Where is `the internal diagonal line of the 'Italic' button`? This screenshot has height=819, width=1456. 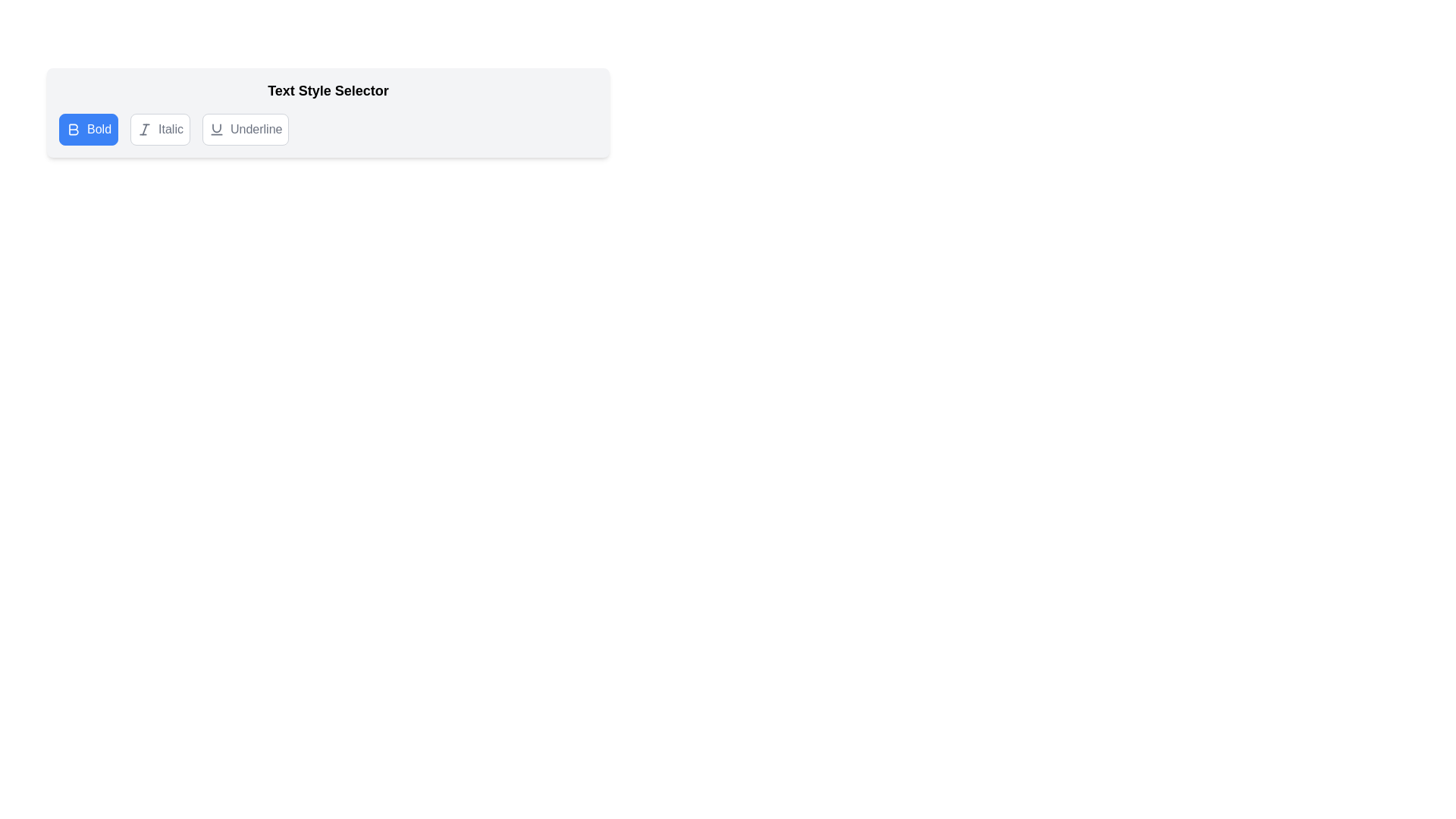
the internal diagonal line of the 'Italic' button is located at coordinates (145, 128).